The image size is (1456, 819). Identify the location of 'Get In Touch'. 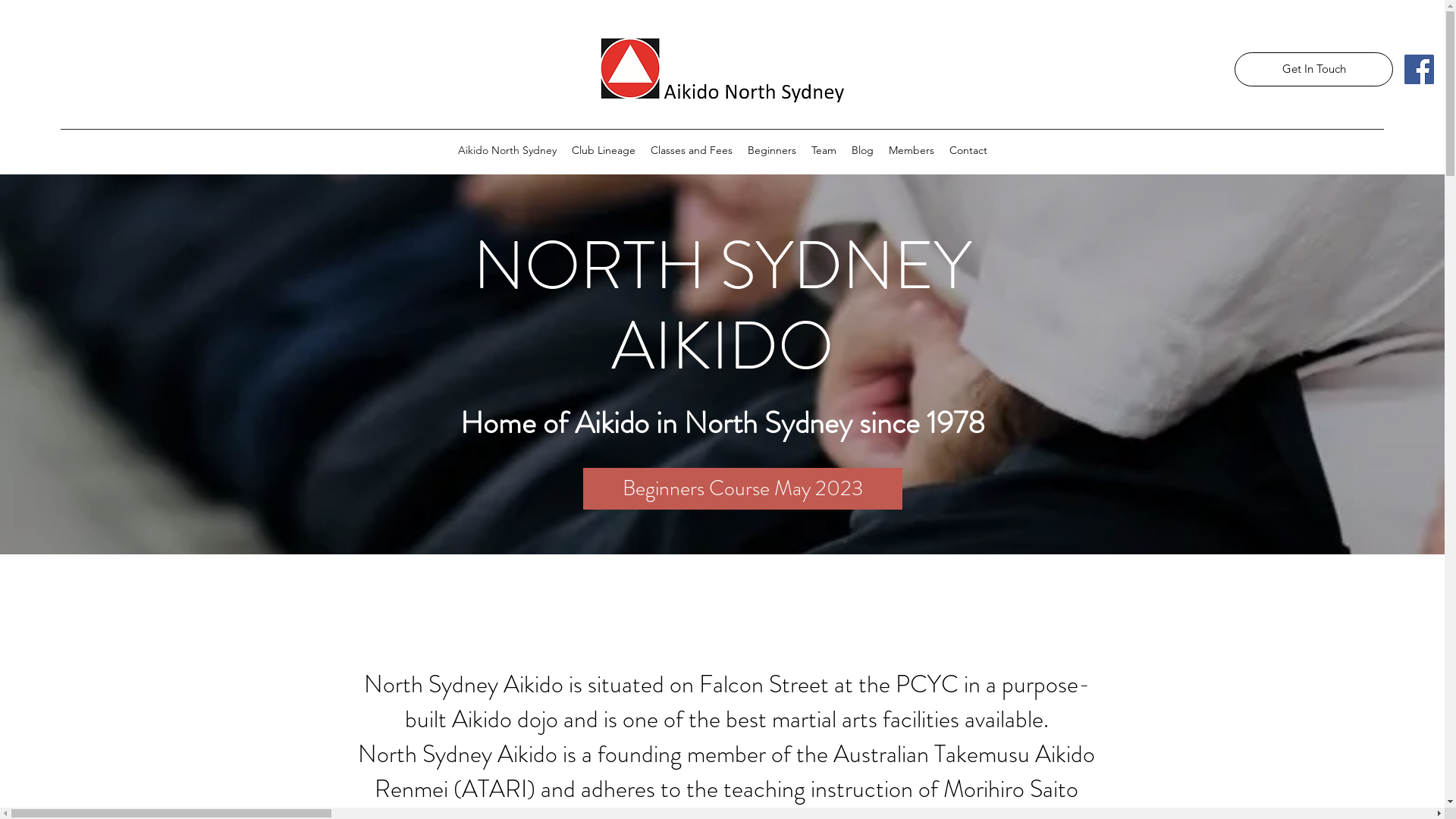
(1234, 69).